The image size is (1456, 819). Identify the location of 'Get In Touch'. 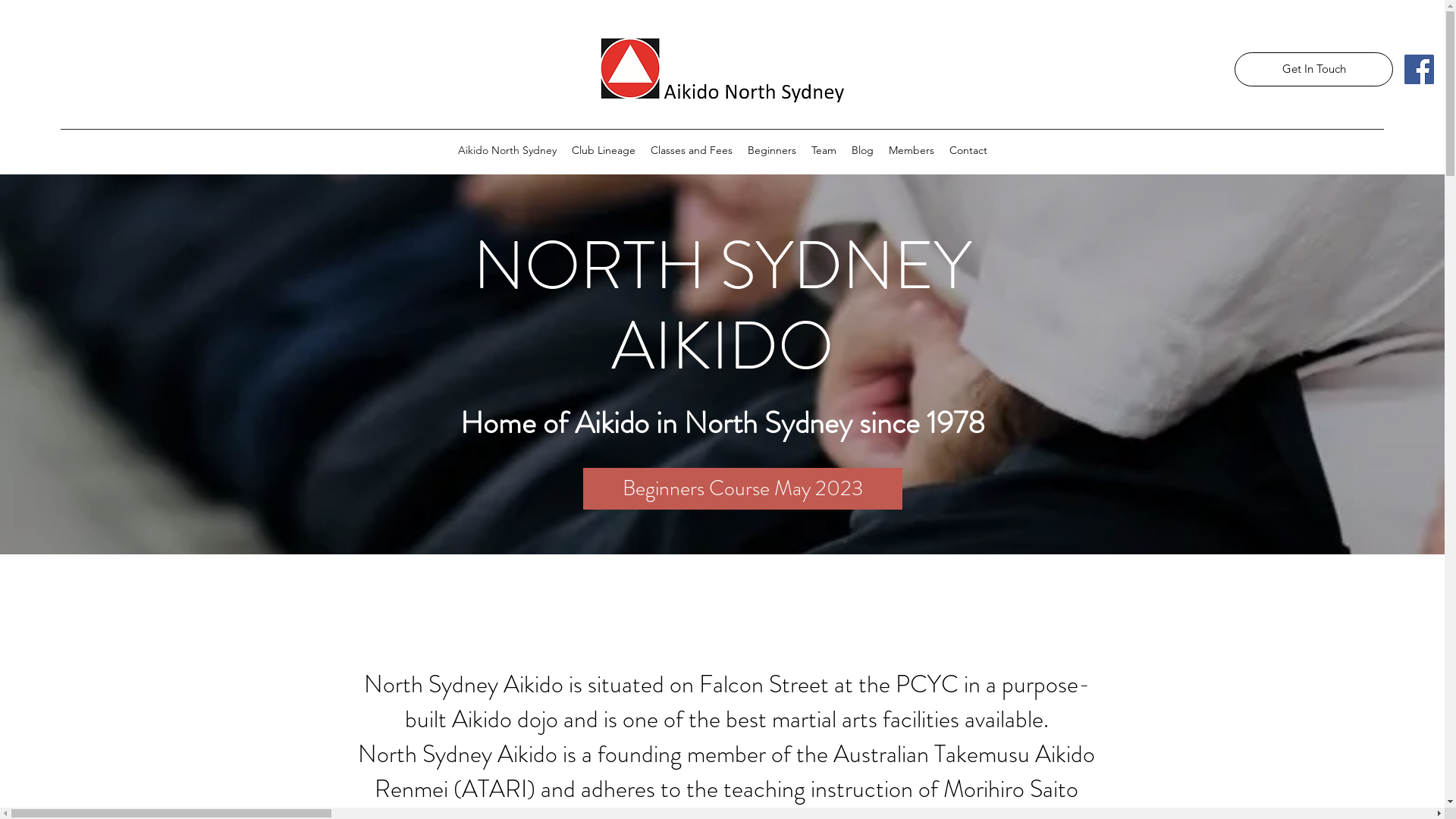
(1234, 69).